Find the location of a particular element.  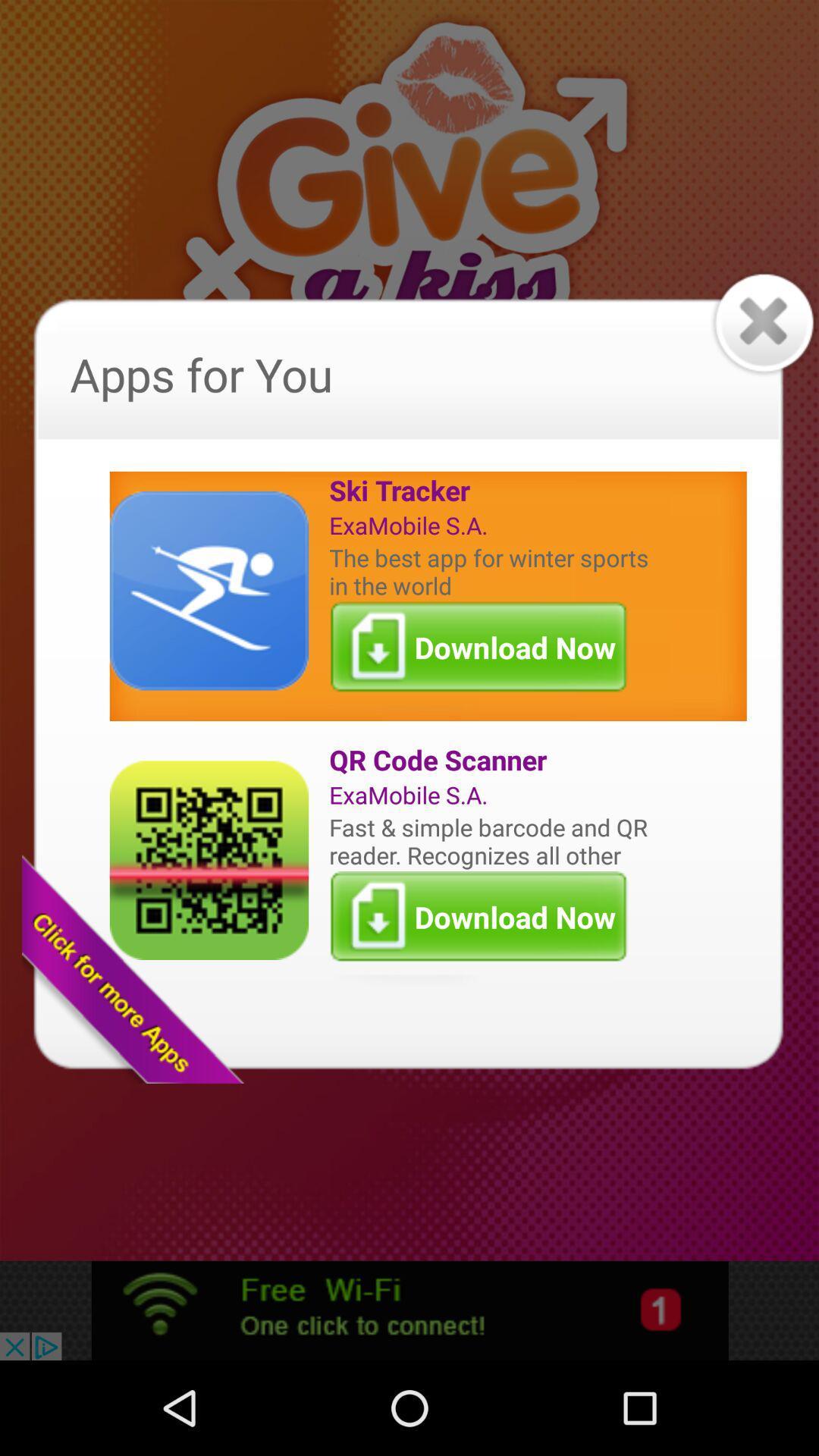

ski tracker item is located at coordinates (492, 490).